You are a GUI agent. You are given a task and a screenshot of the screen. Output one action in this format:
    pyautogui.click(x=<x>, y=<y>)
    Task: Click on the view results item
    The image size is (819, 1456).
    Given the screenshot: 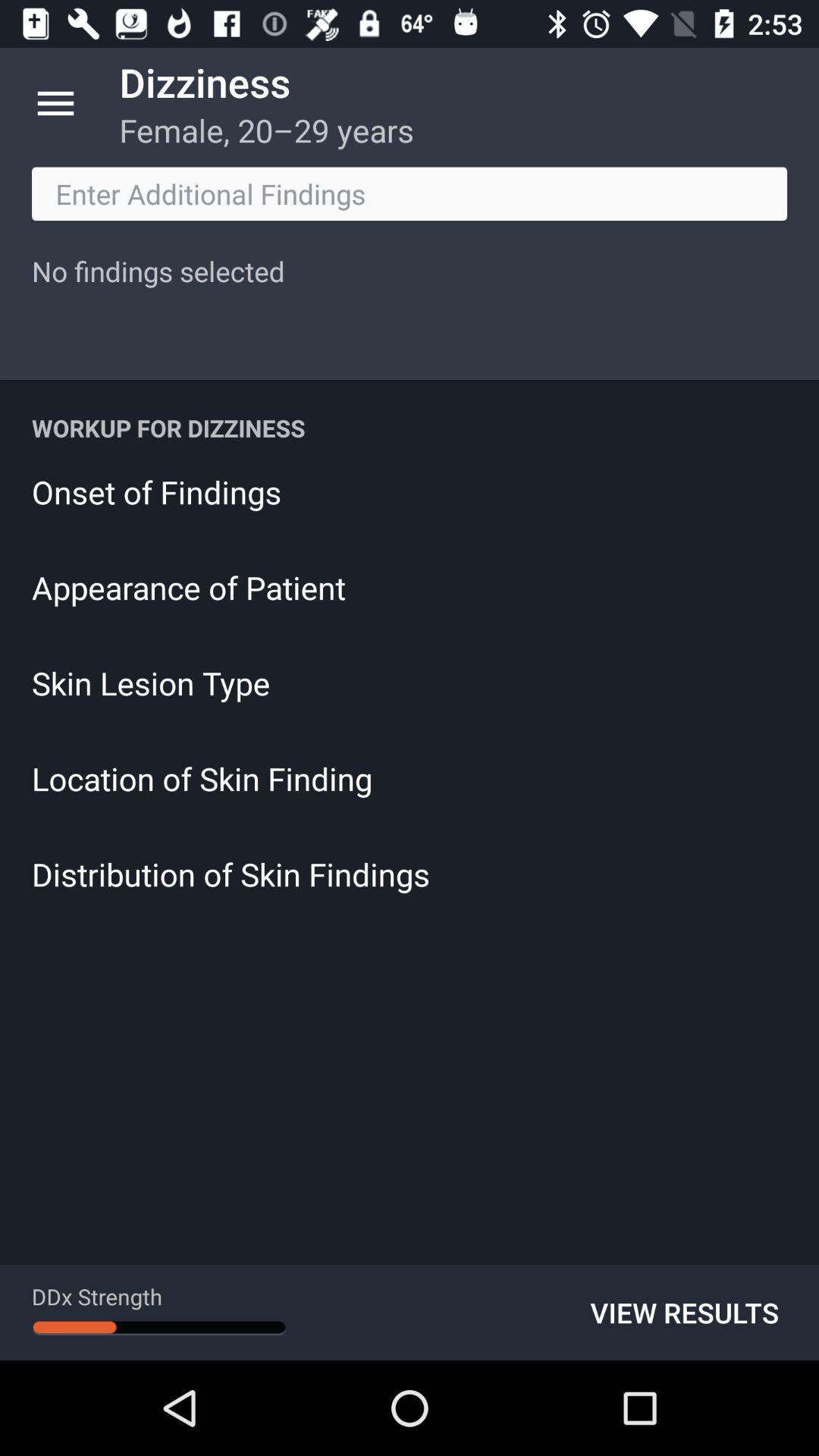 What is the action you would take?
    pyautogui.click(x=684, y=1312)
    